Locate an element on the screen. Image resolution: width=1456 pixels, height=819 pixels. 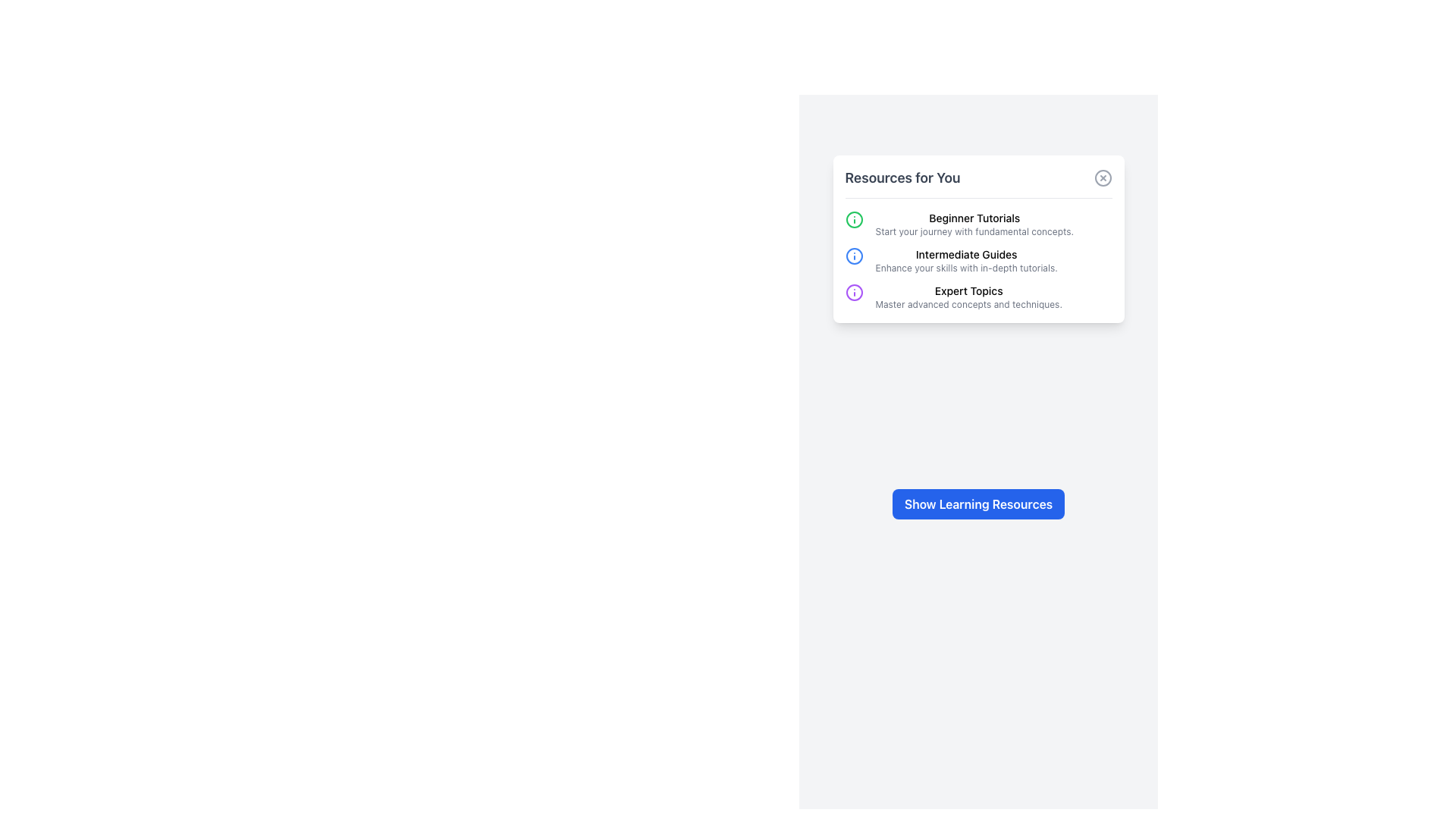
the Informational Text Section titled 'Beginner Tutorials' which has a subtitle 'Start your journey with fundamental concepts.' is located at coordinates (974, 224).